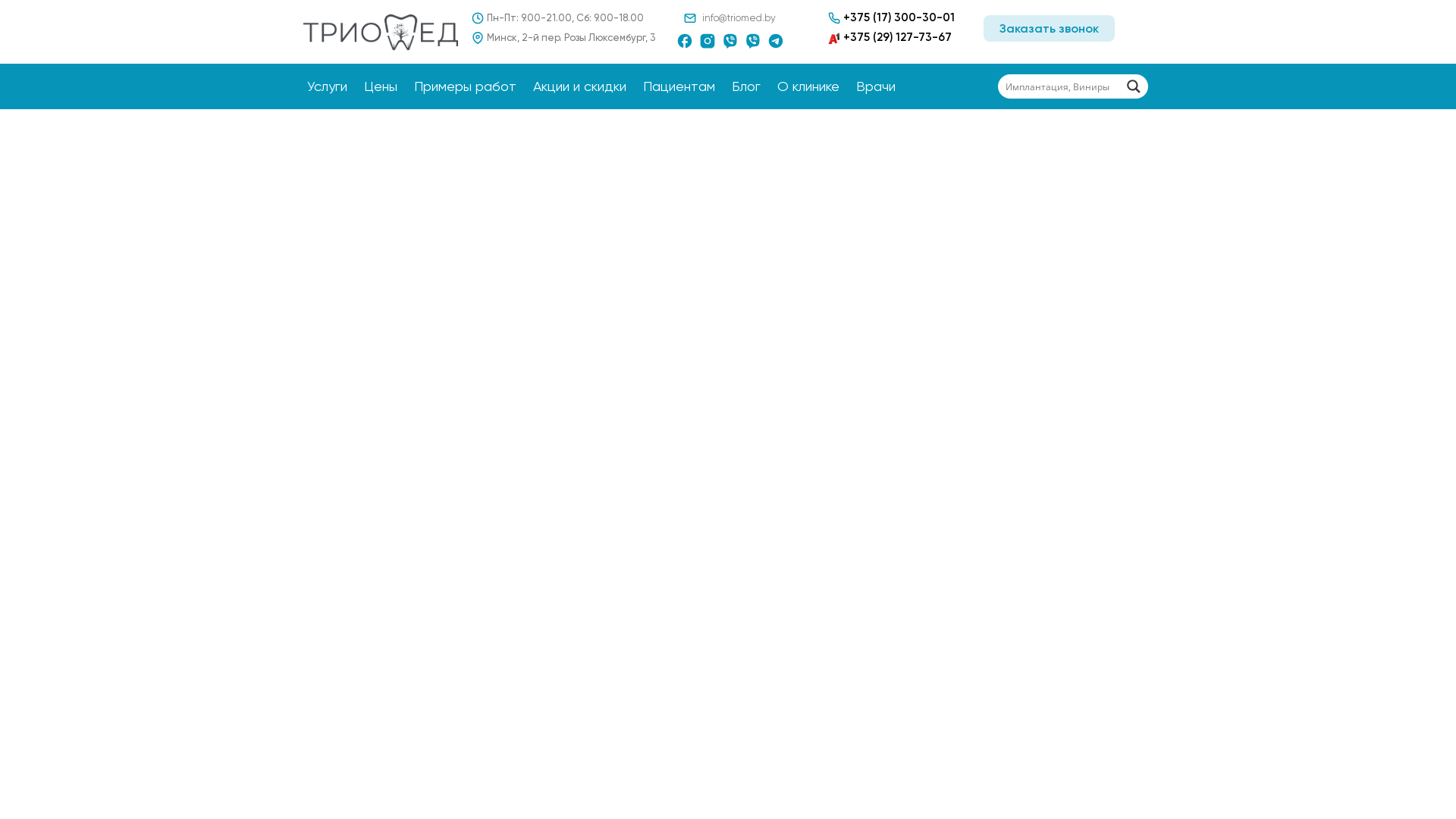 The width and height of the screenshot is (1456, 819). Describe the element at coordinates (890, 36) in the screenshot. I see `'+375 (29) 127-73-67'` at that location.